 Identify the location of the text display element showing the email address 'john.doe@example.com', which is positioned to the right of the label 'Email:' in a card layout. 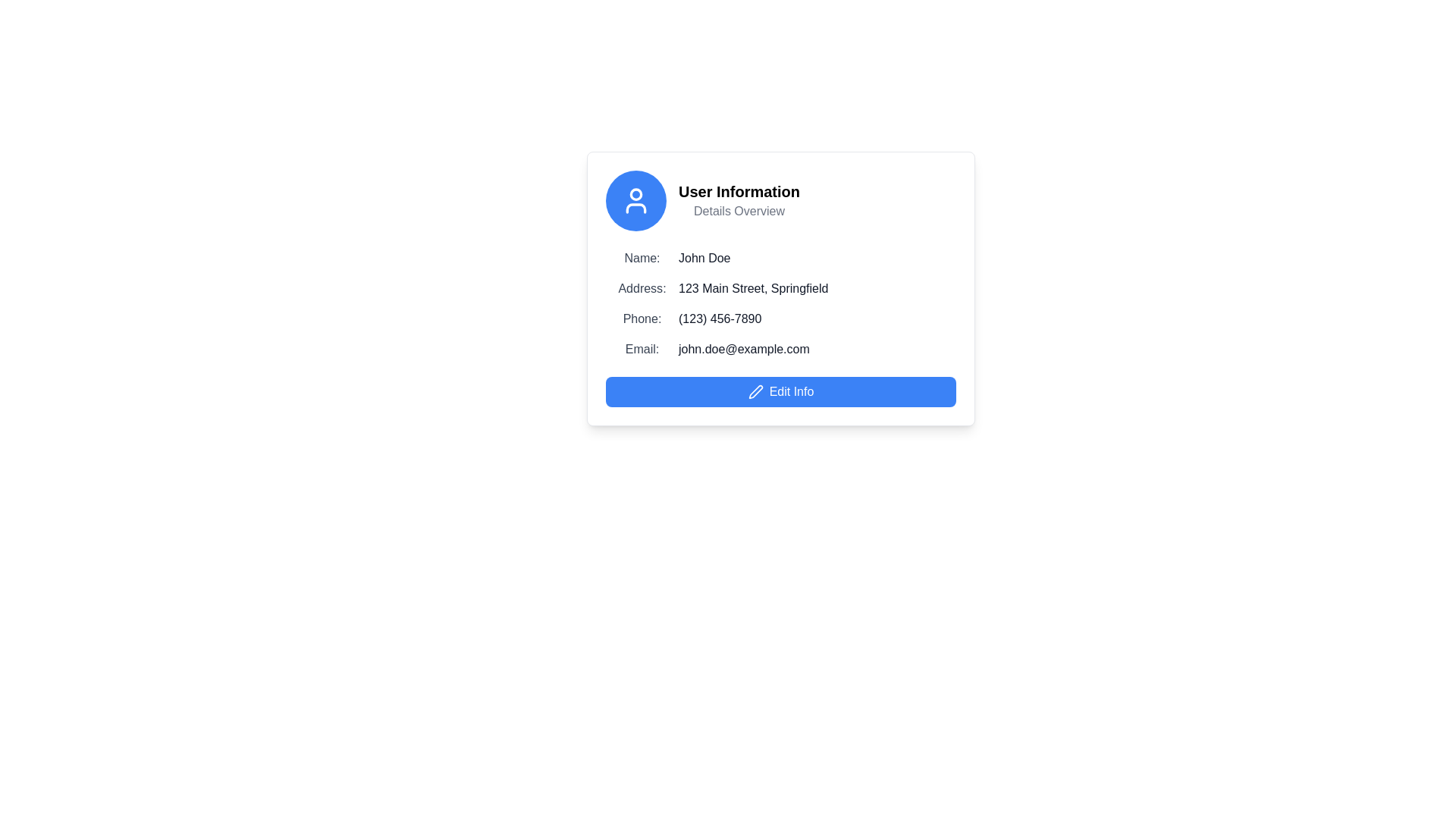
(744, 350).